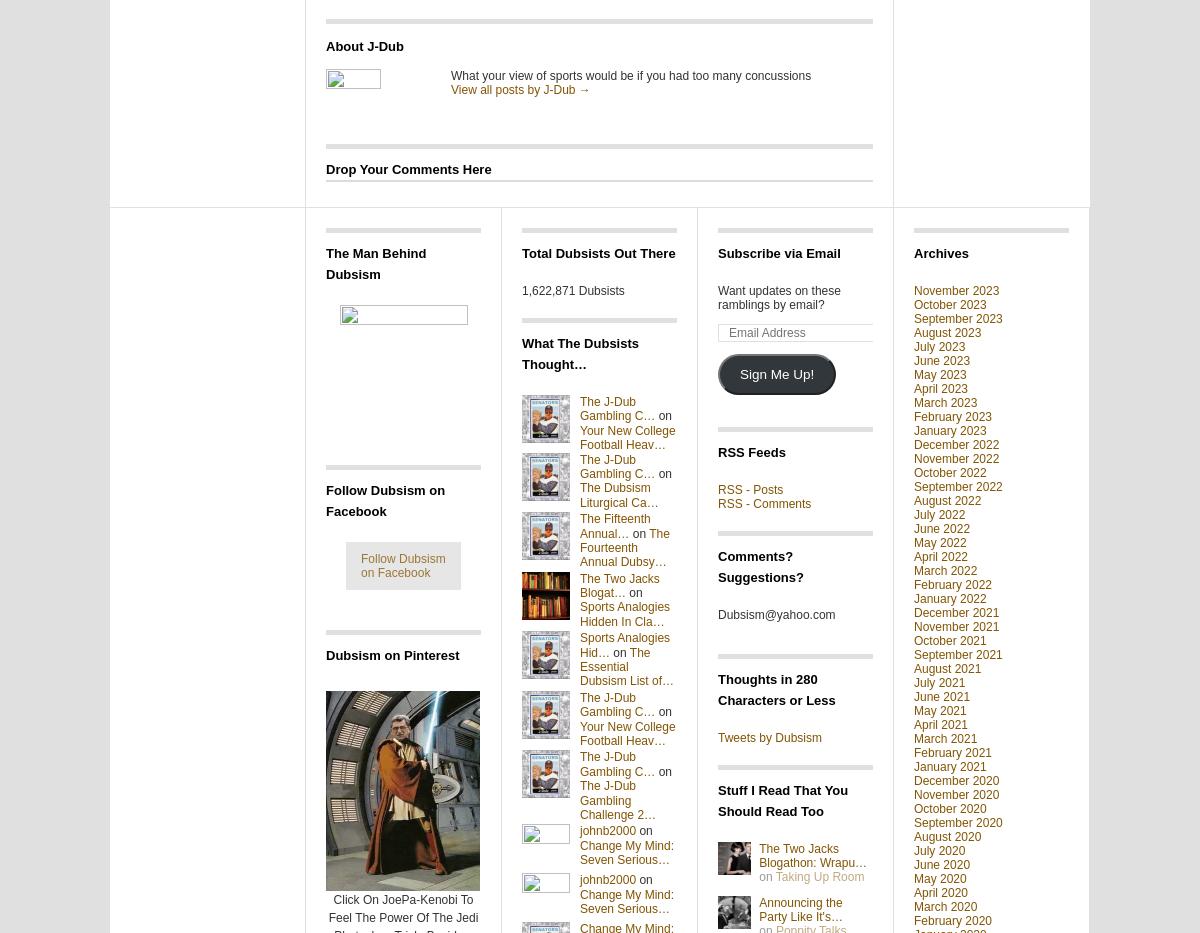  What do you see at coordinates (769, 737) in the screenshot?
I see `'Tweets by Dubsism'` at bounding box center [769, 737].